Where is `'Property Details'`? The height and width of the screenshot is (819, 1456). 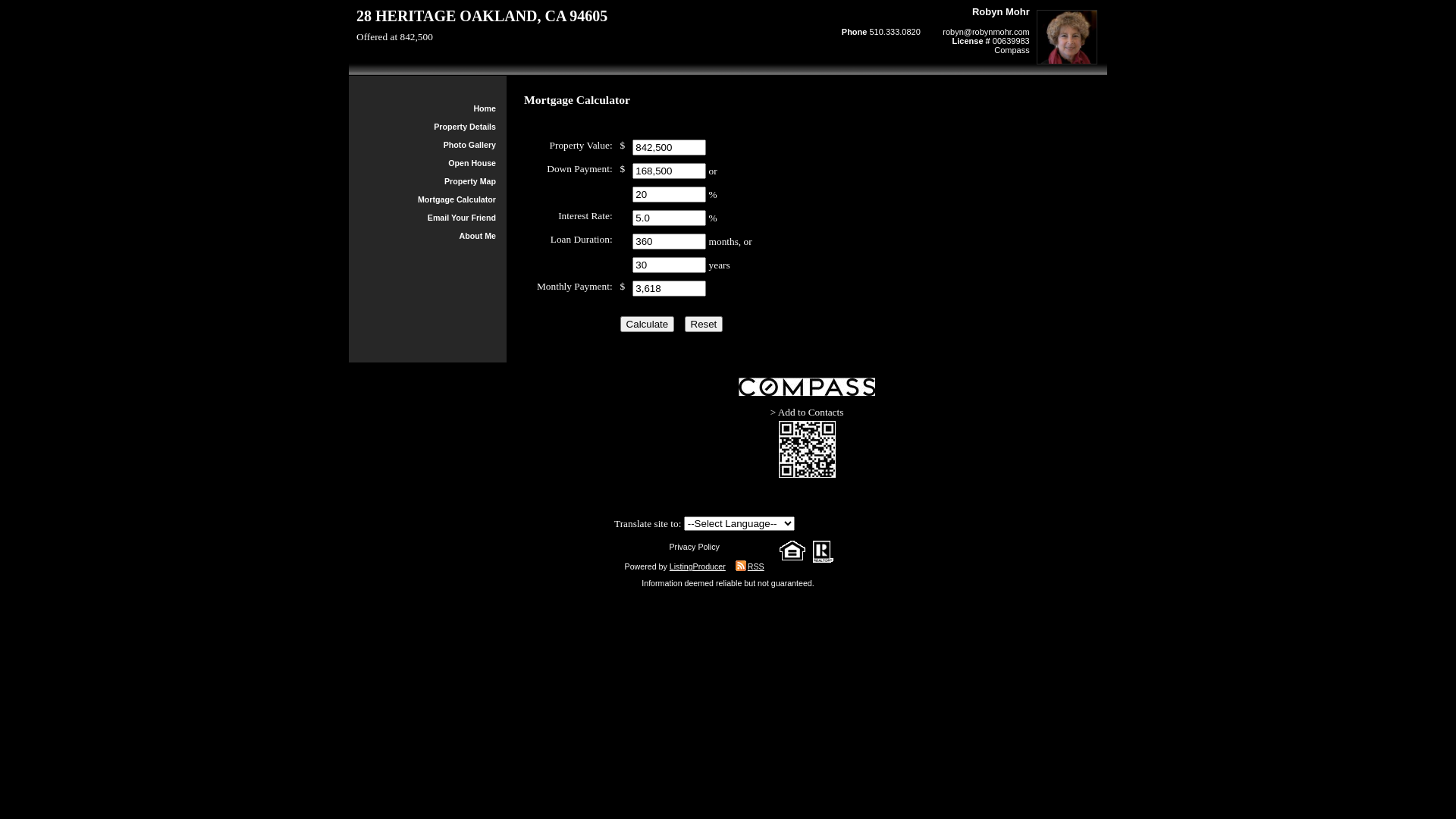
'Property Details' is located at coordinates (432, 125).